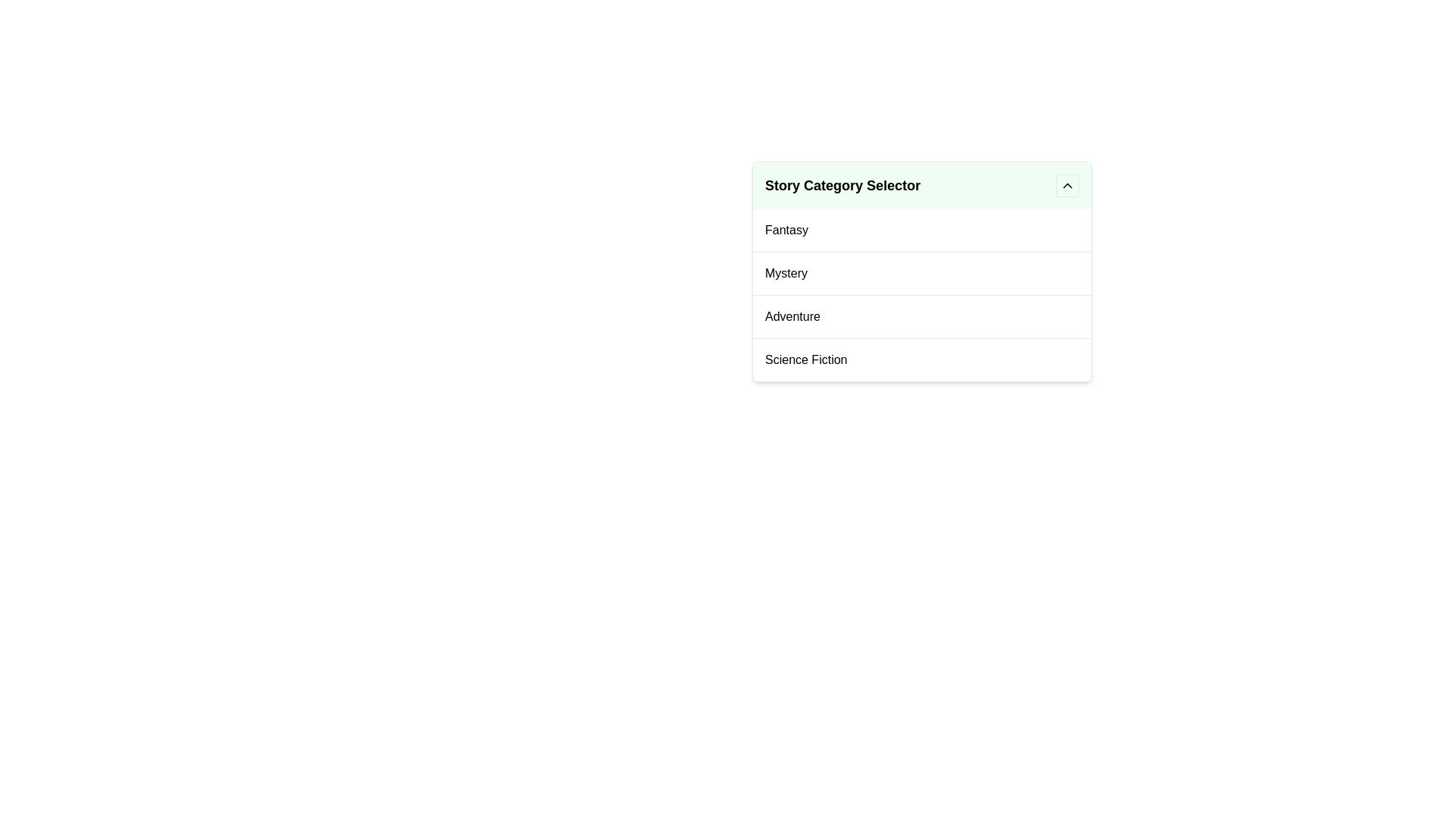  What do you see at coordinates (1066, 185) in the screenshot?
I see `the small rounded button with an upward-facing chevron arrow in the top-right corner of the 'Story Category Selector' interface` at bounding box center [1066, 185].